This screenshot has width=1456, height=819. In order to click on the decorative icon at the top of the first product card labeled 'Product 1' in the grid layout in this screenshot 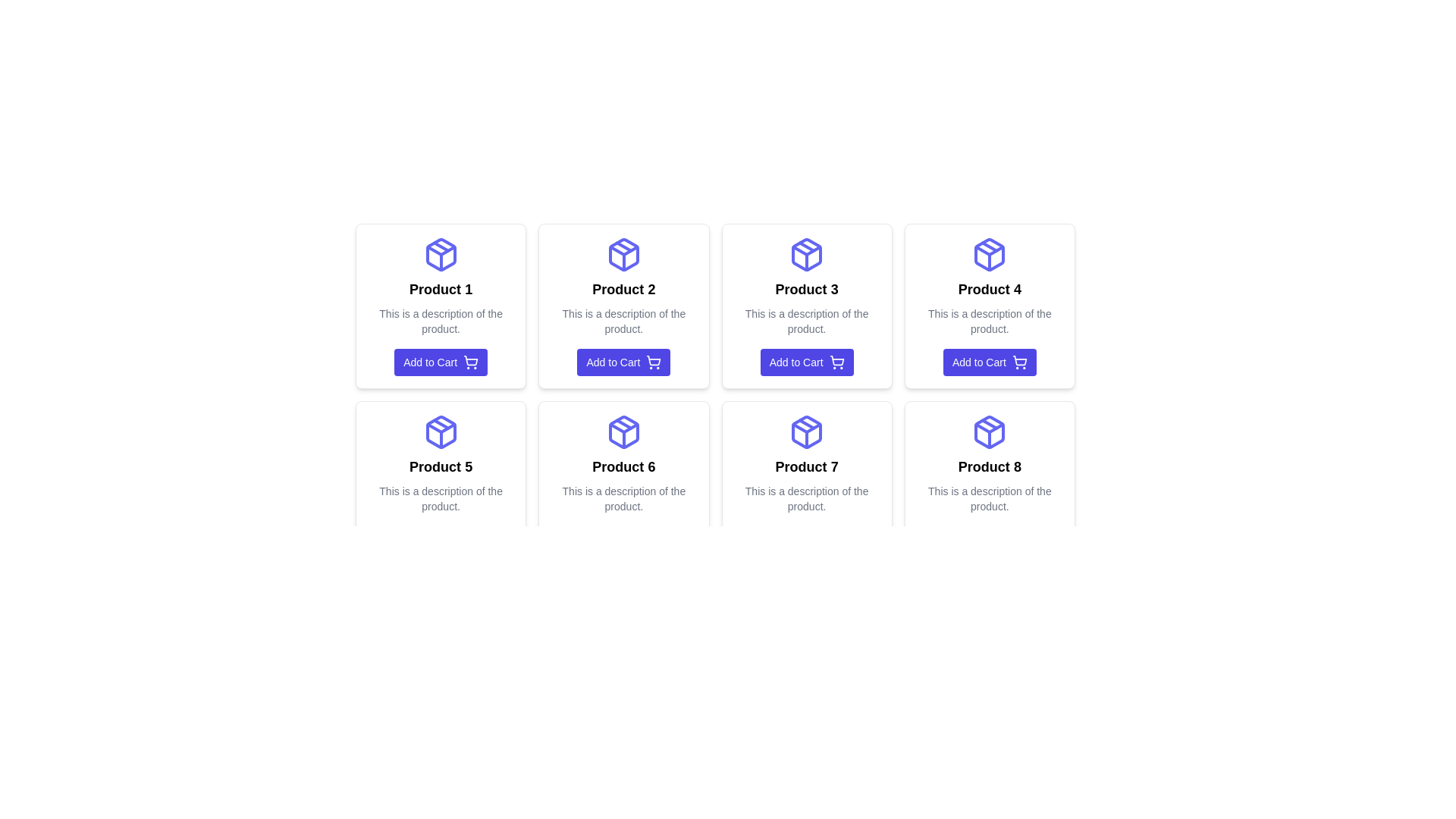, I will do `click(440, 253)`.